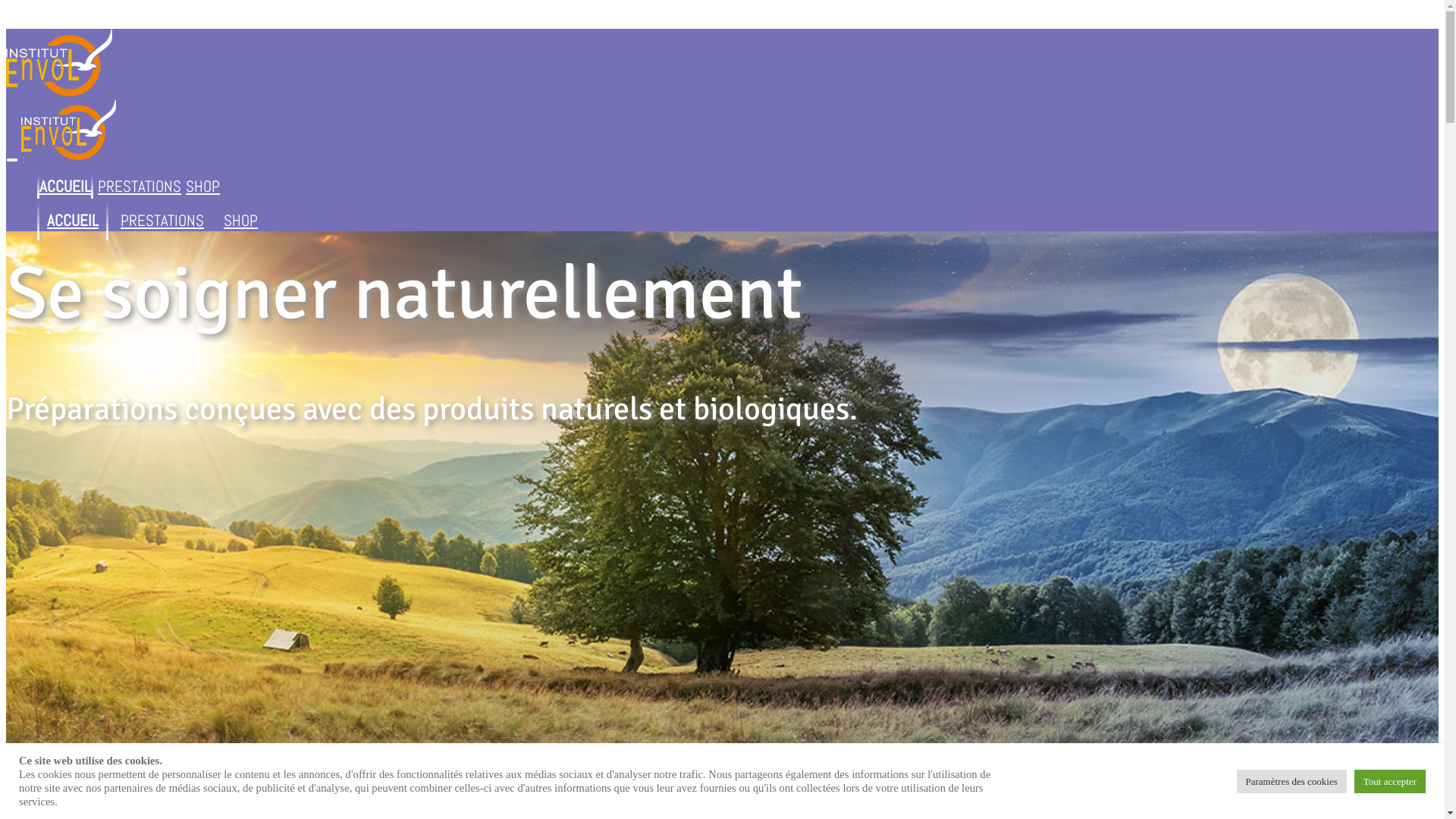 The image size is (1456, 819). What do you see at coordinates (64, 185) in the screenshot?
I see `'ACCUEIL'` at bounding box center [64, 185].